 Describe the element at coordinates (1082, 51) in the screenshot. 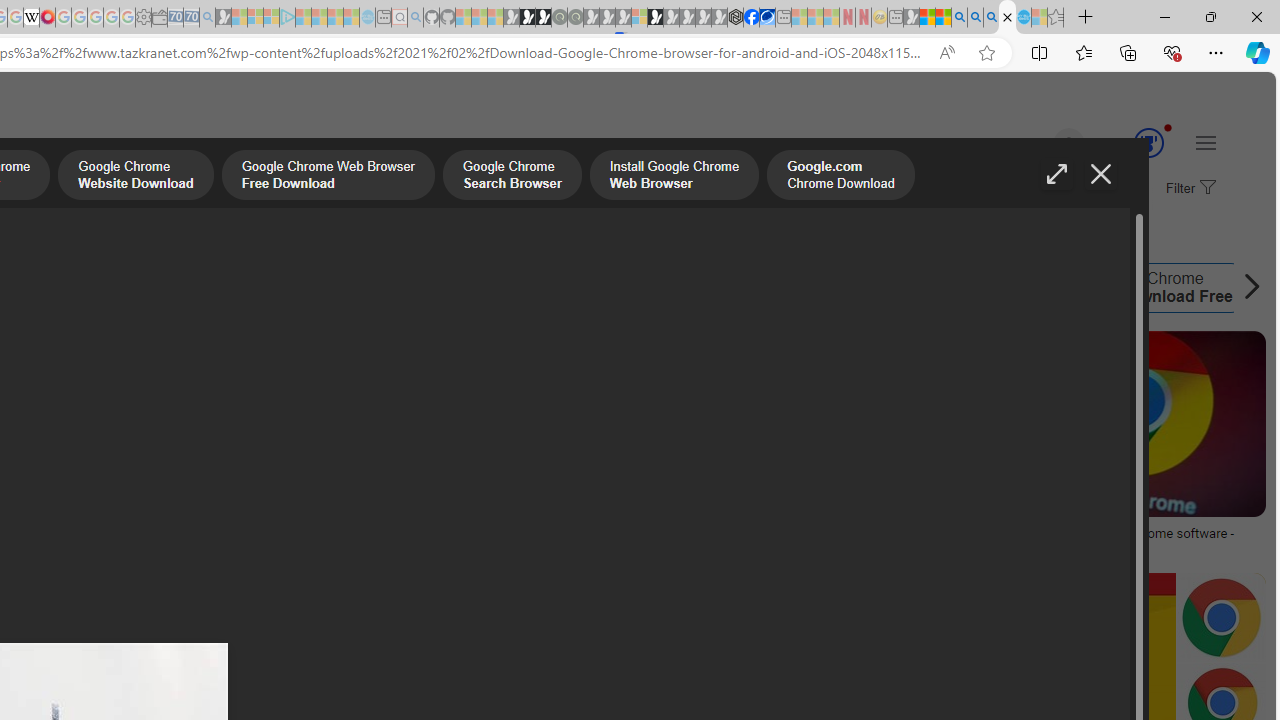

I see `'Favorites'` at that location.